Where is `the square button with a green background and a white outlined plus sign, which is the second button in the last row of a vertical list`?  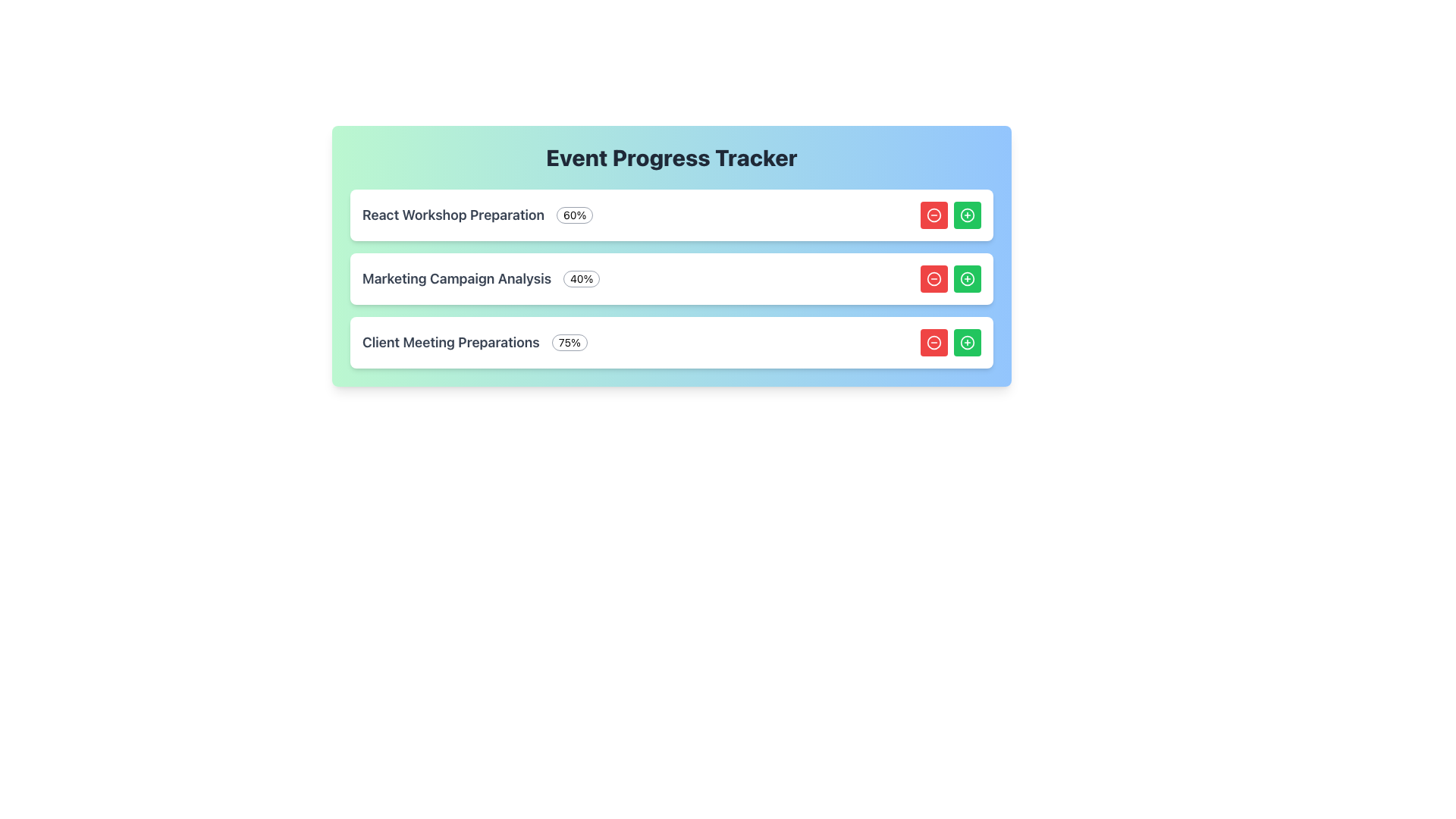 the square button with a green background and a white outlined plus sign, which is the second button in the last row of a vertical list is located at coordinates (967, 342).